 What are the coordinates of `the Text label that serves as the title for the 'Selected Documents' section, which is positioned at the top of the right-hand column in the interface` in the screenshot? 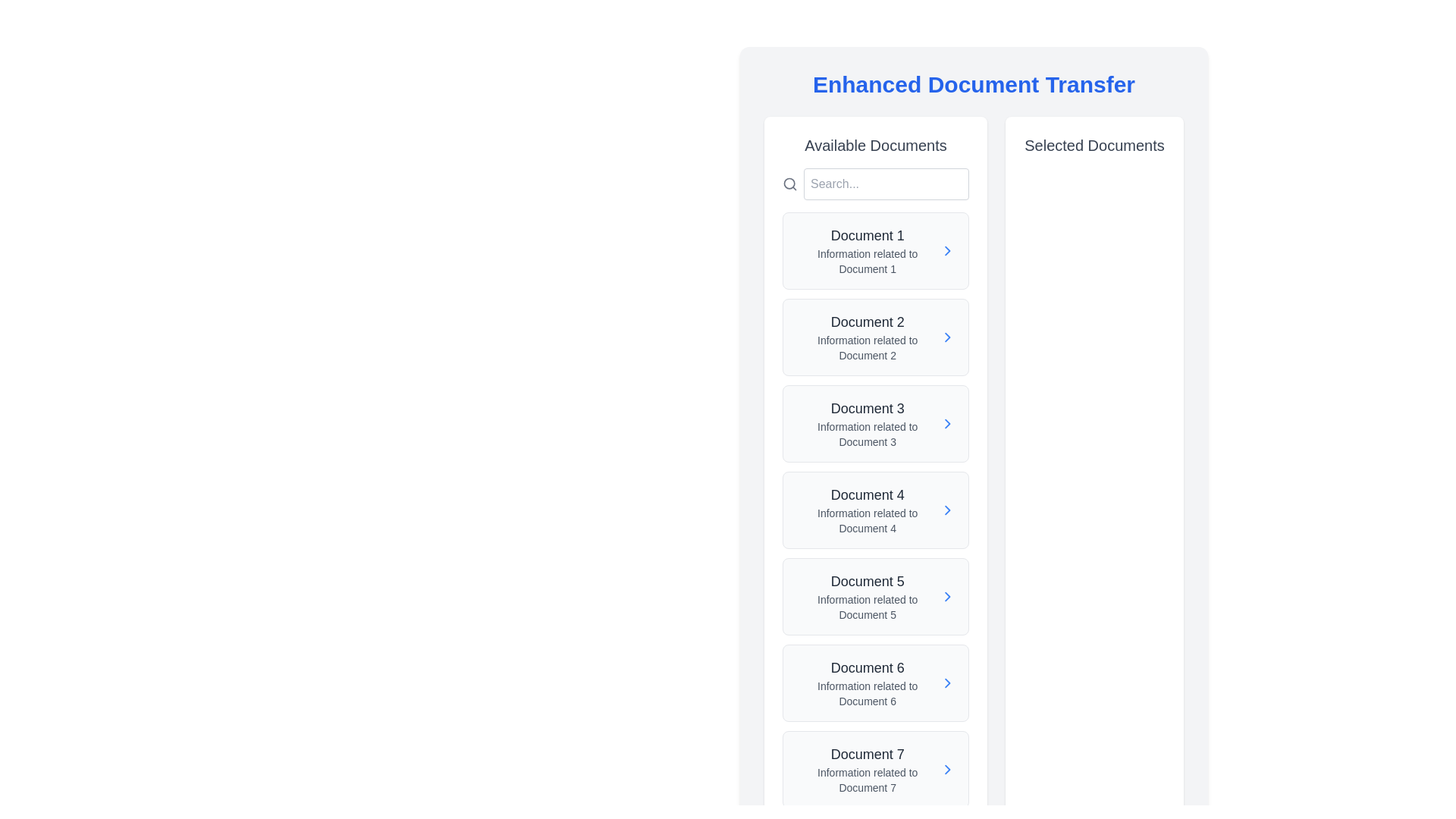 It's located at (1094, 146).